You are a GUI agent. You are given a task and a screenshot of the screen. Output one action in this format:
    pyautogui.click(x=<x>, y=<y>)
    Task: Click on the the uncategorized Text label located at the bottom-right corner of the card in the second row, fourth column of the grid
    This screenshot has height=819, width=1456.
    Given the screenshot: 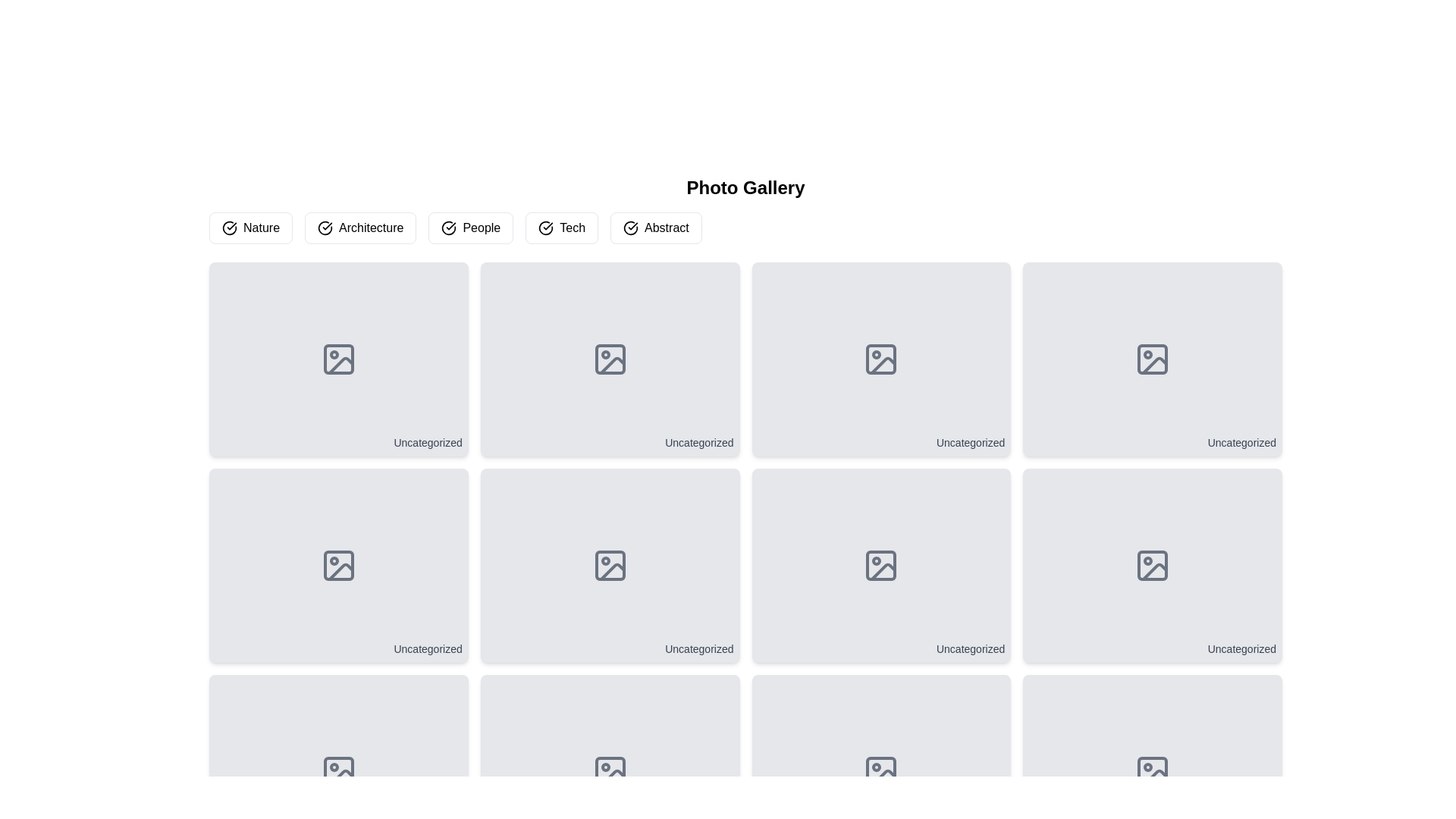 What is the action you would take?
    pyautogui.click(x=698, y=648)
    